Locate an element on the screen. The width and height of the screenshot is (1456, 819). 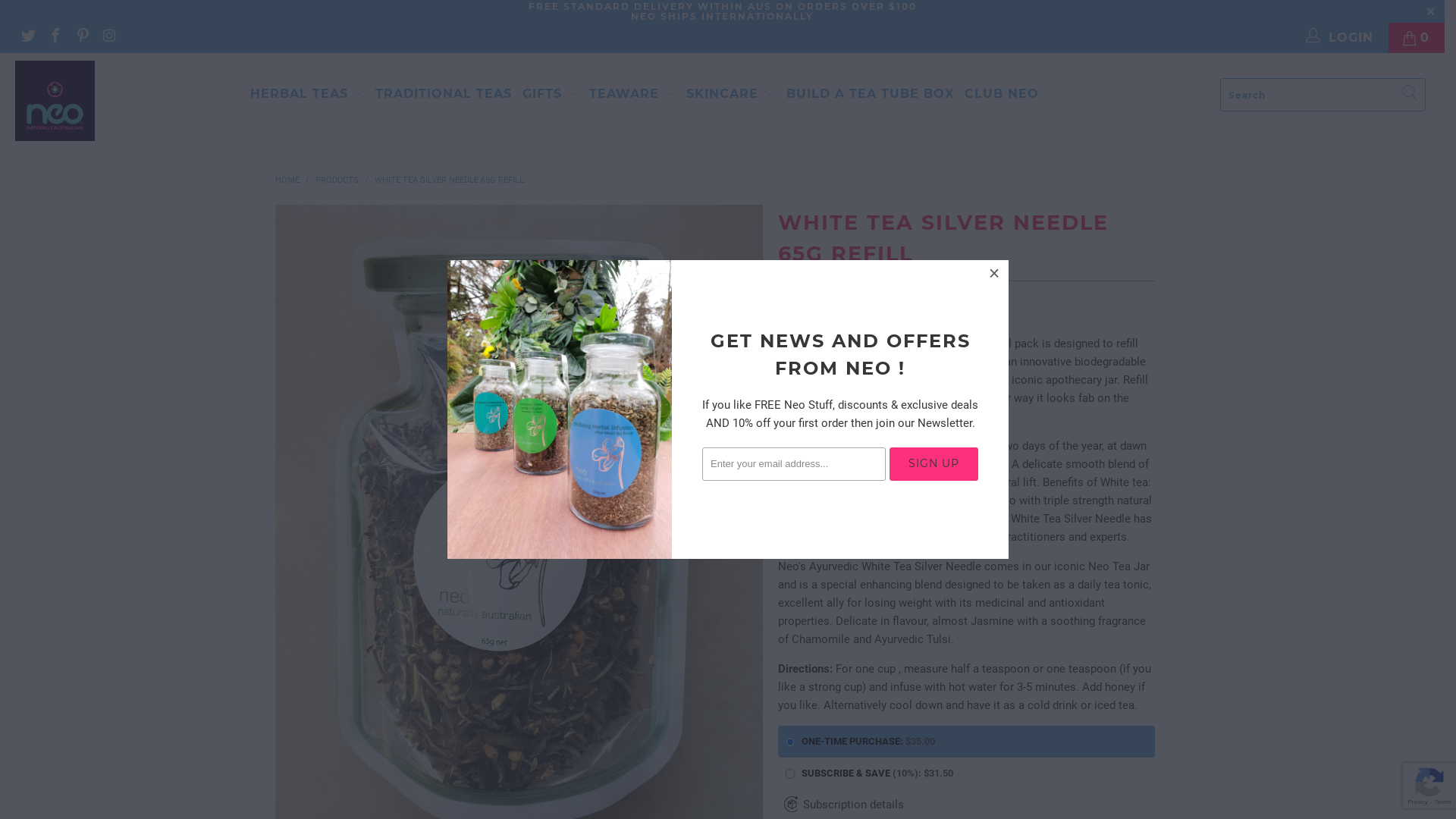
'BUILD A TEA TUBE BOX' is located at coordinates (870, 94).